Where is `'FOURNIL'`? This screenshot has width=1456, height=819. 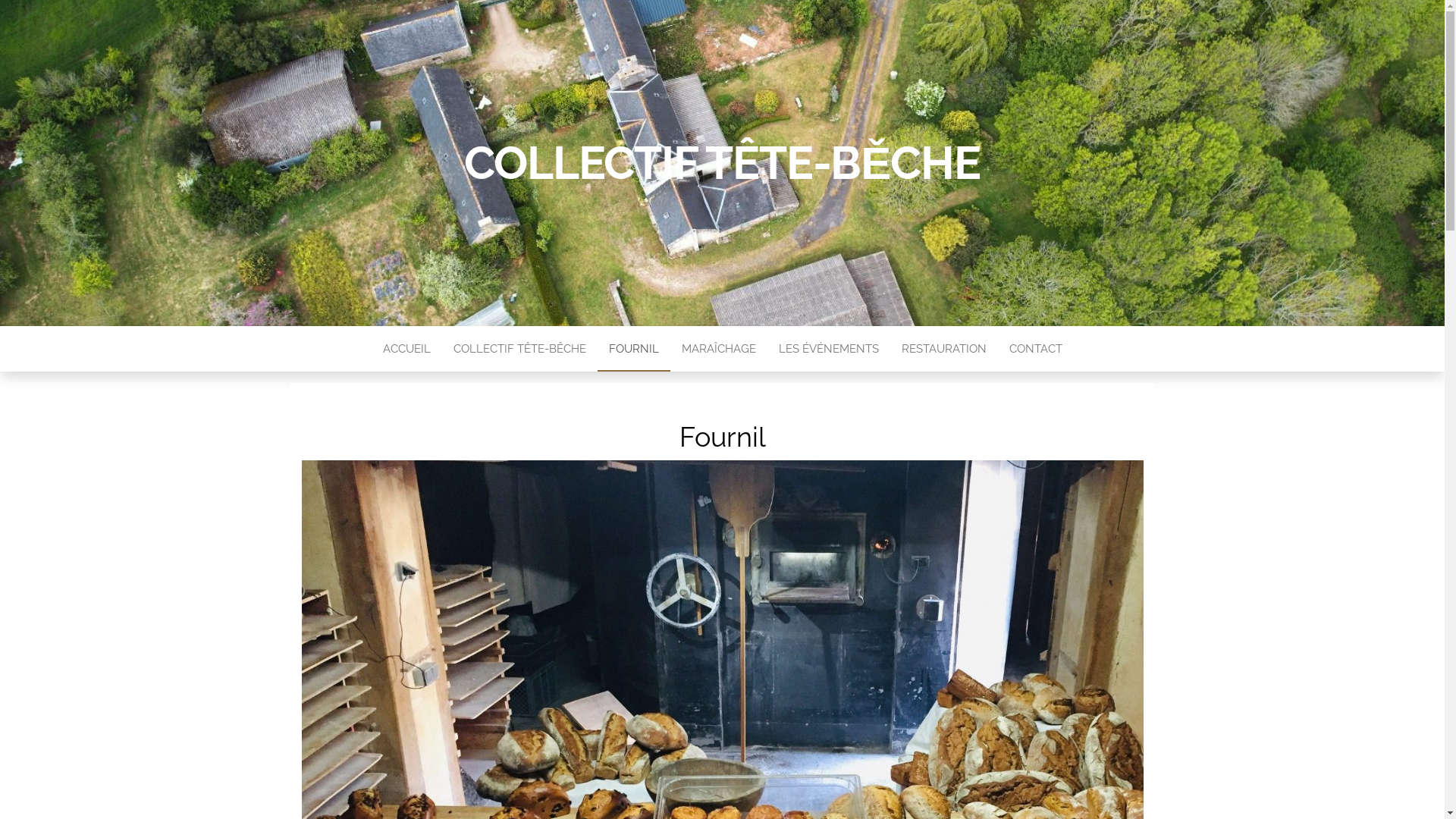 'FOURNIL' is located at coordinates (596, 348).